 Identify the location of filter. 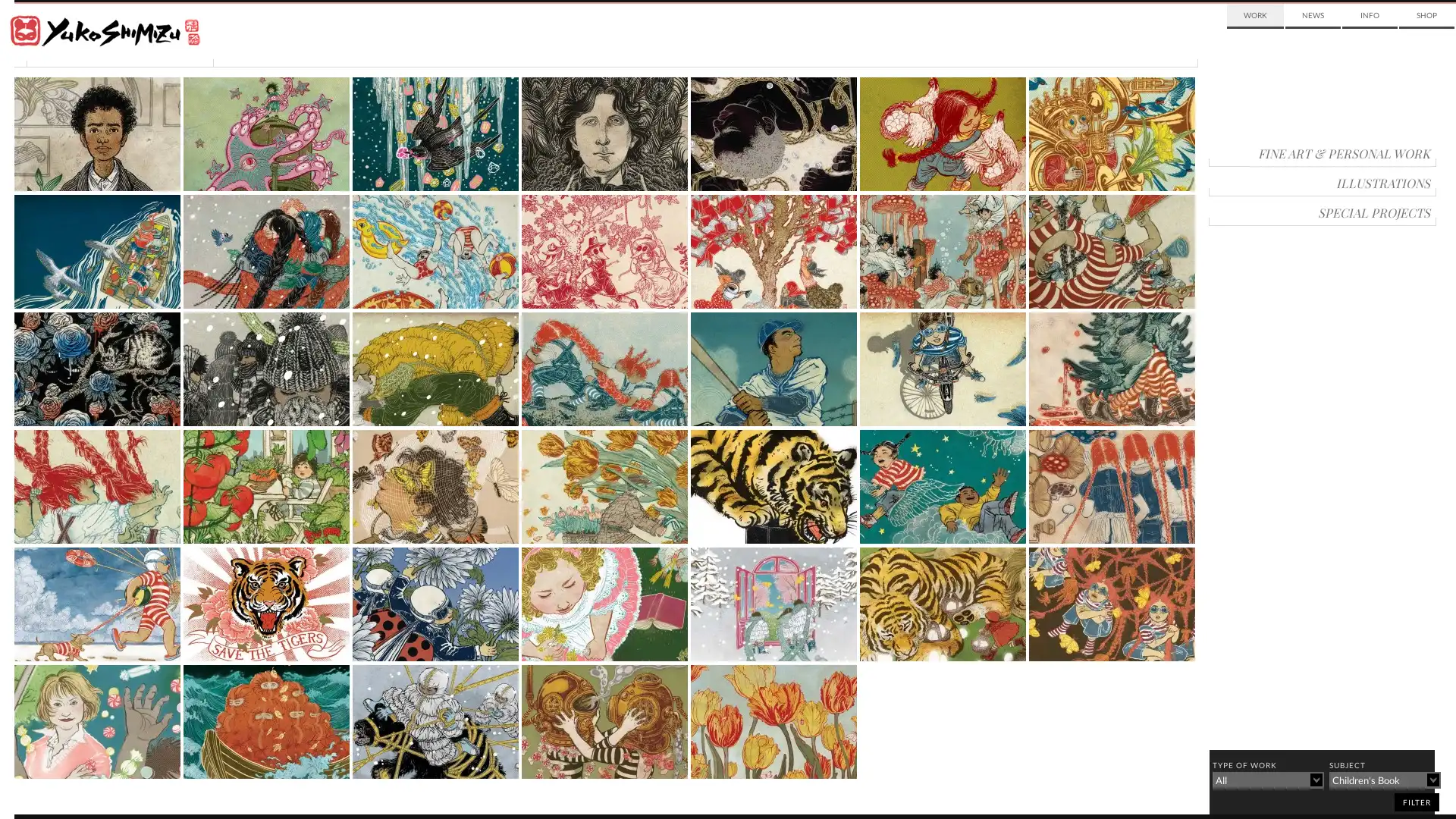
(1416, 800).